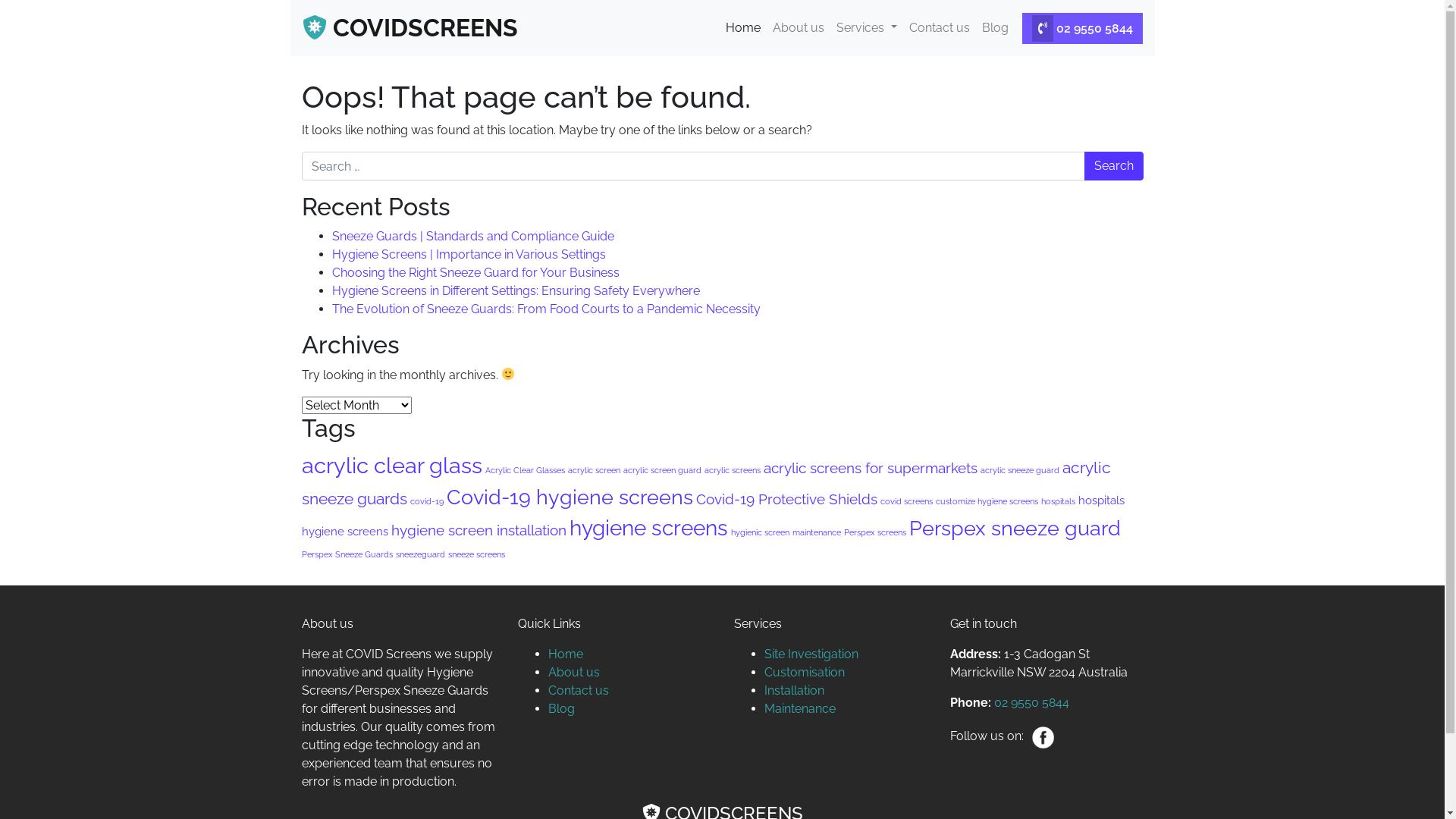 This screenshot has height=819, width=1456. I want to click on 'sneezeguard', so click(420, 554).